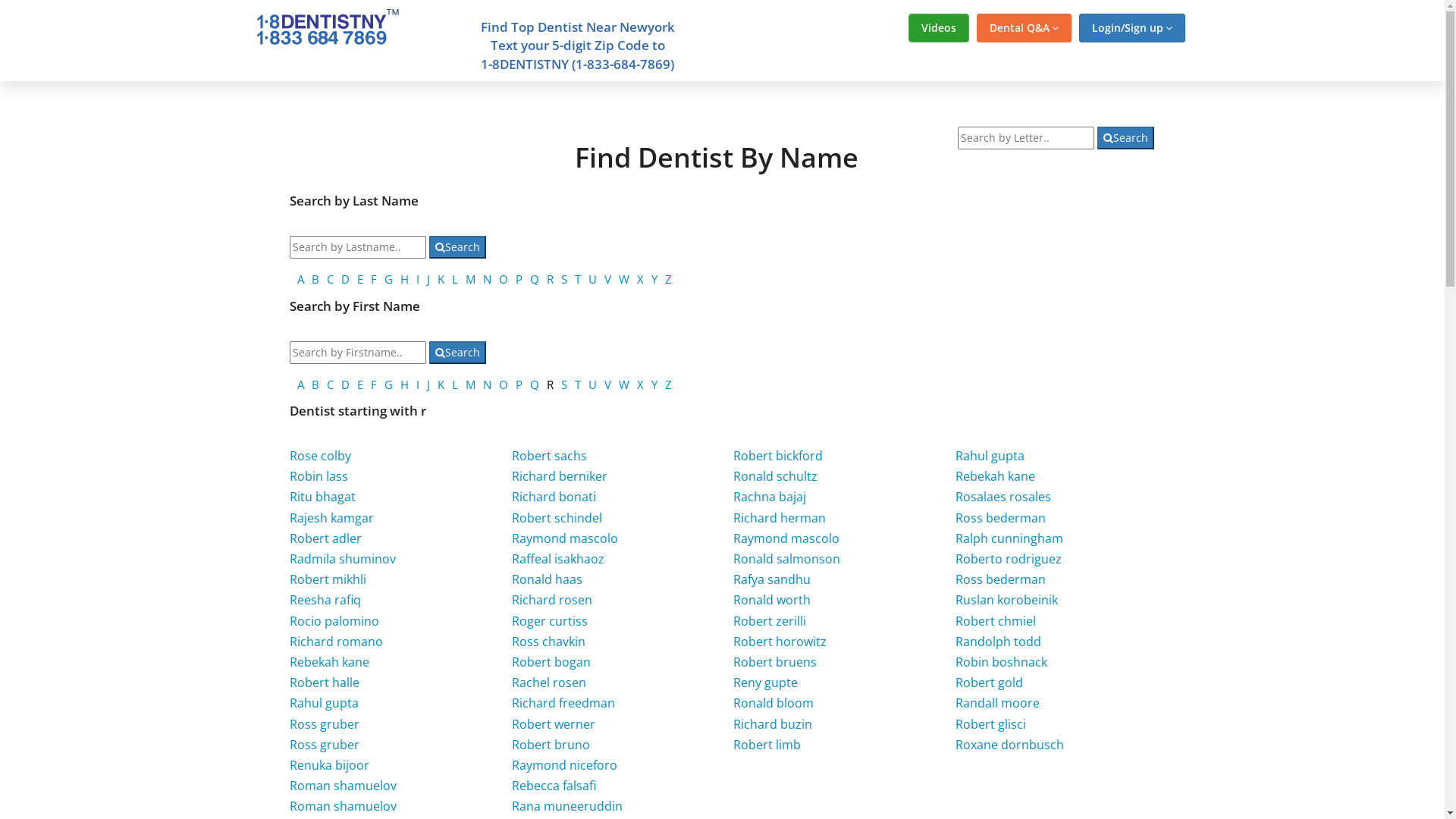 Image resolution: width=1456 pixels, height=819 pixels. What do you see at coordinates (640, 383) in the screenshot?
I see `'X'` at bounding box center [640, 383].